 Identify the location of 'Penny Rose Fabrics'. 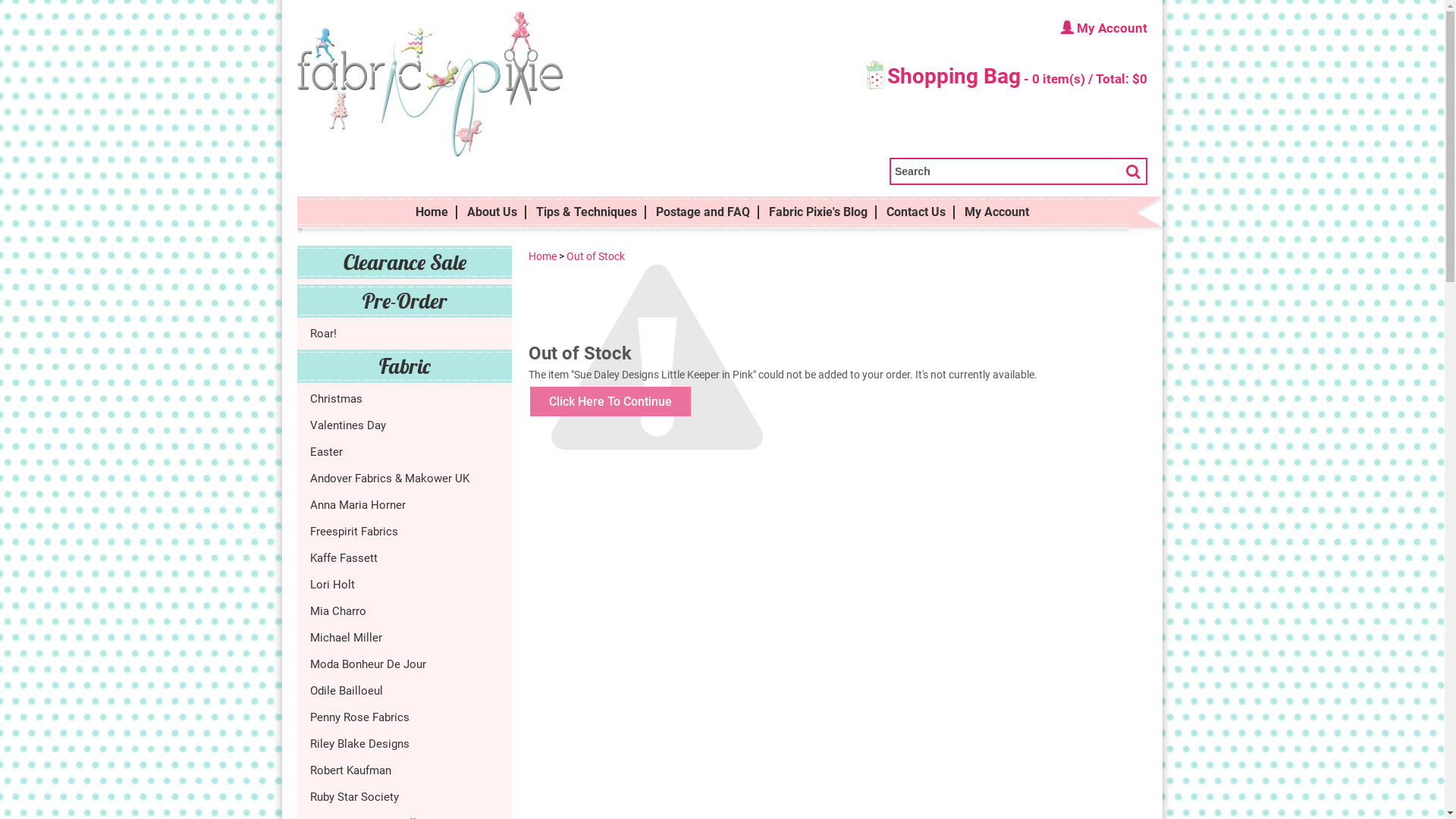
(404, 717).